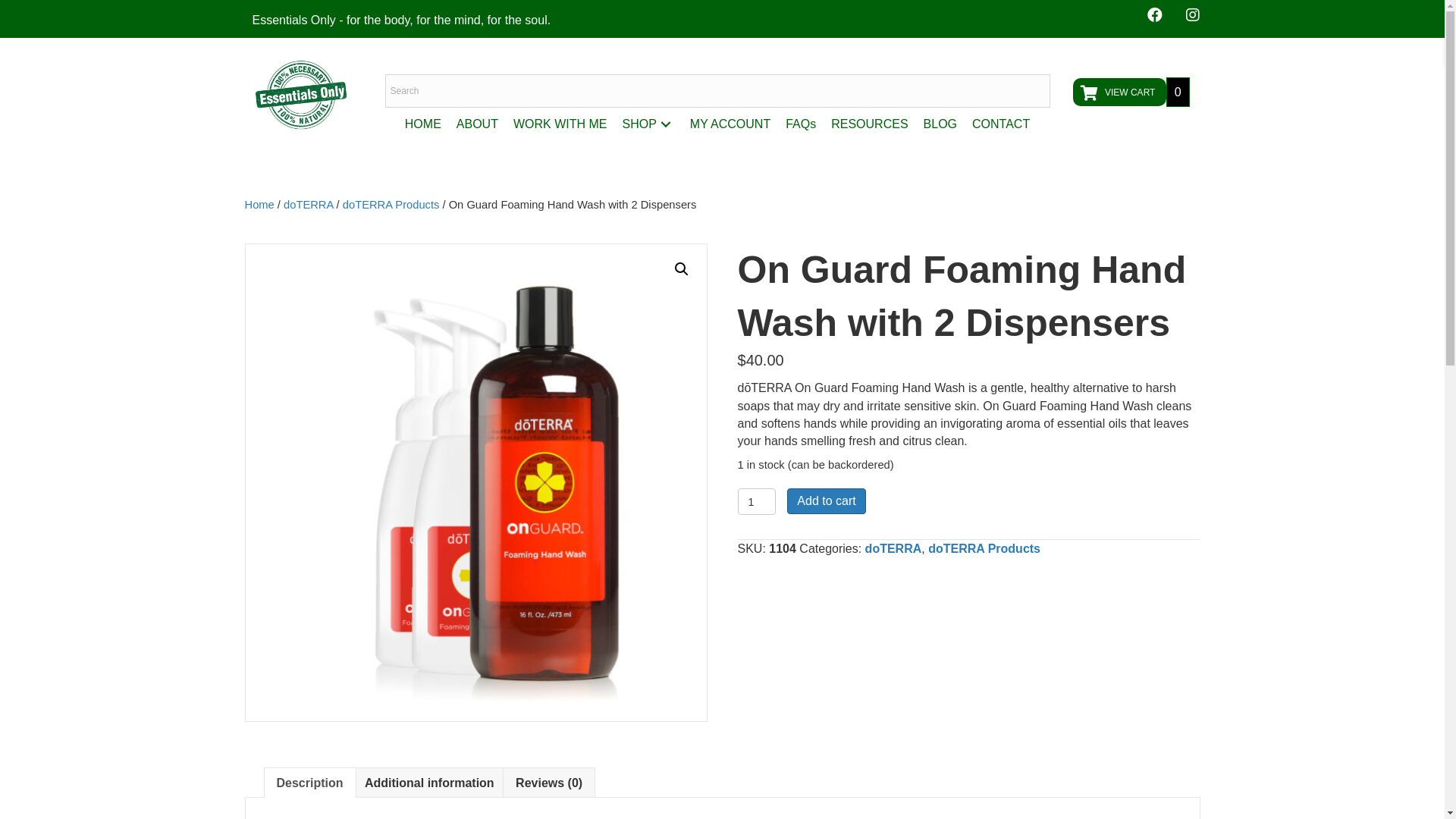  I want to click on 'Facebook', so click(1153, 14).